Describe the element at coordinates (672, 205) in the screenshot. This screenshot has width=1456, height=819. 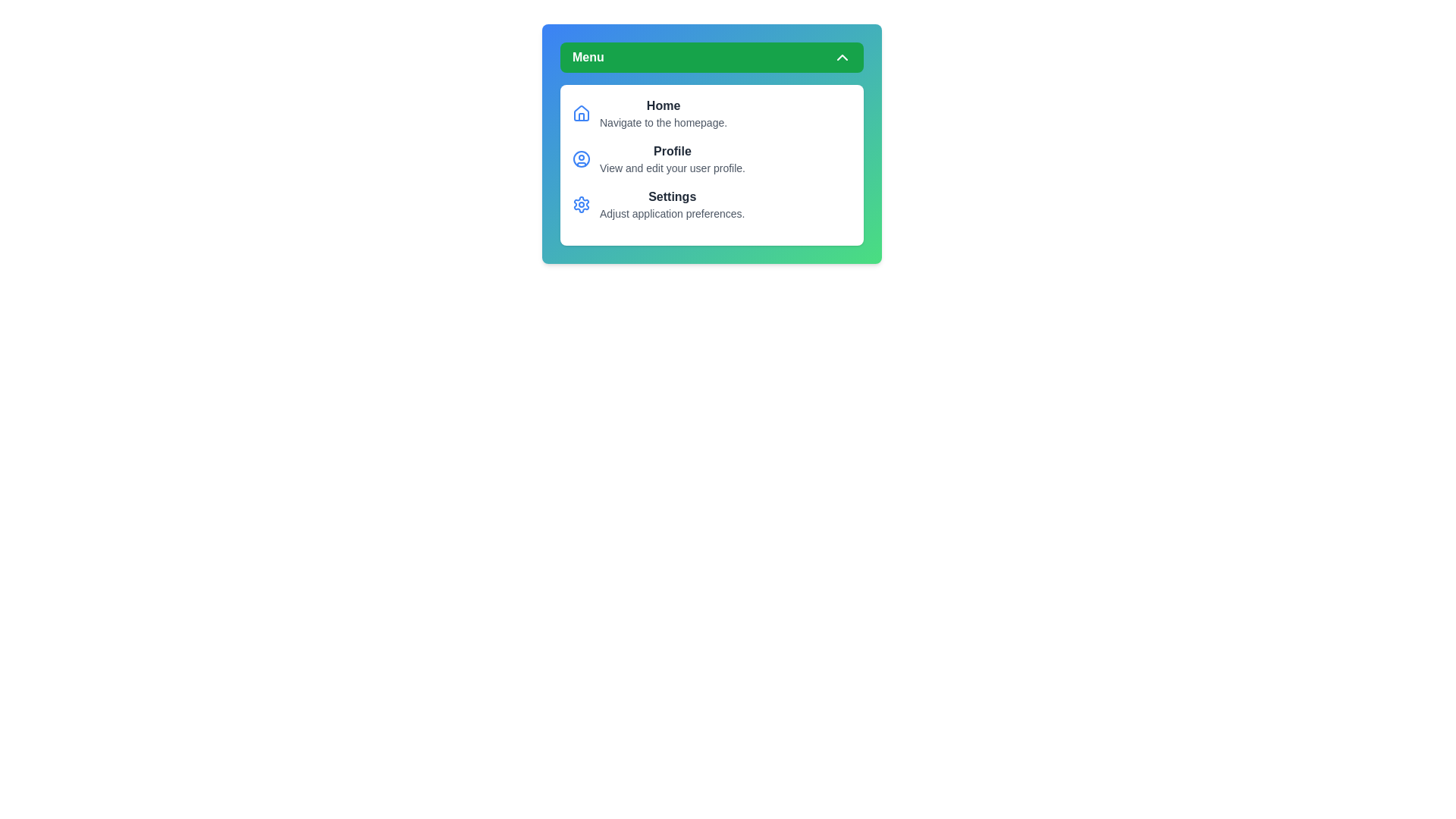
I see `the menu item Settings to perform its associated action` at that location.